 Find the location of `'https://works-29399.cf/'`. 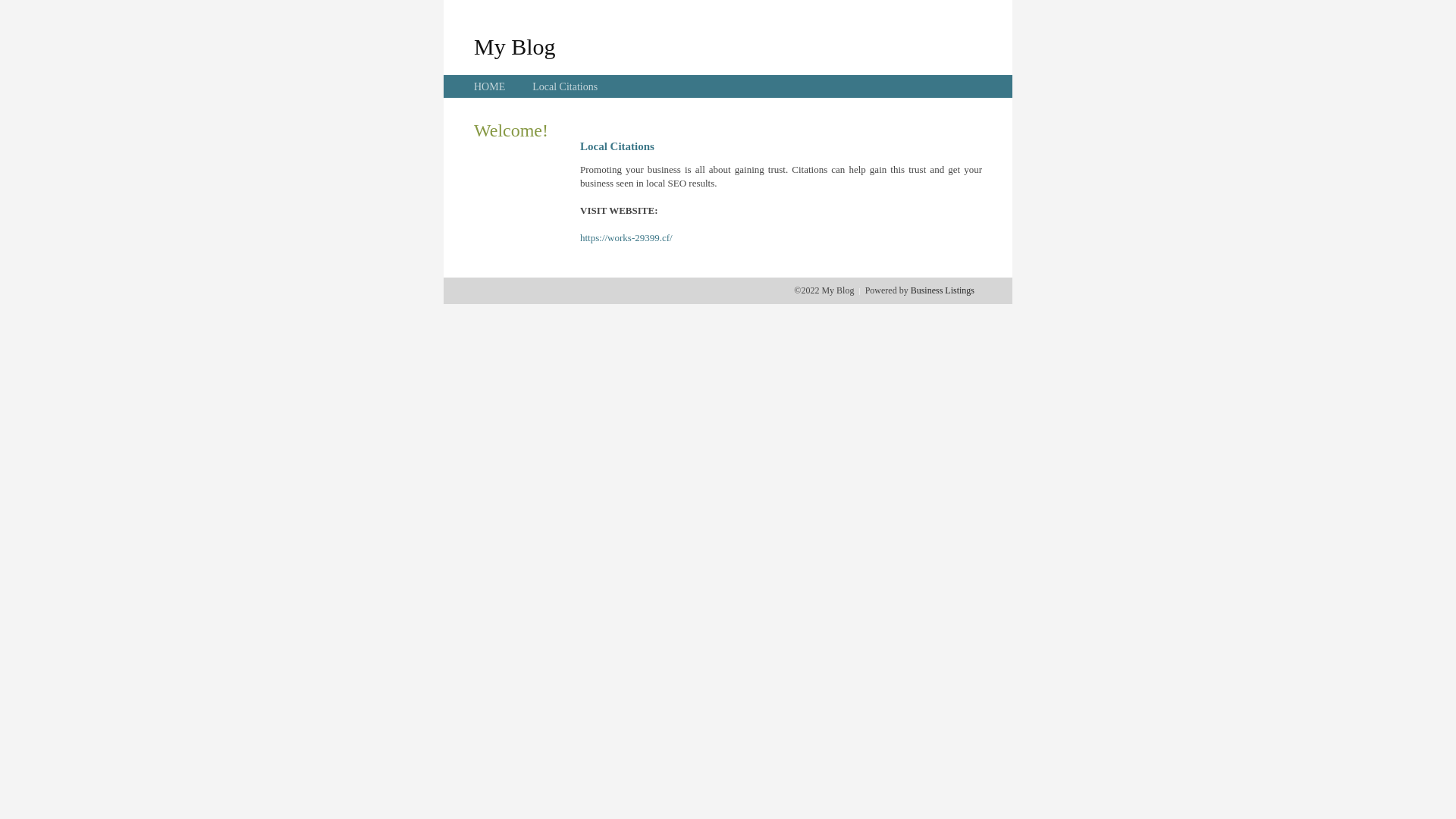

'https://works-29399.cf/' is located at coordinates (626, 237).